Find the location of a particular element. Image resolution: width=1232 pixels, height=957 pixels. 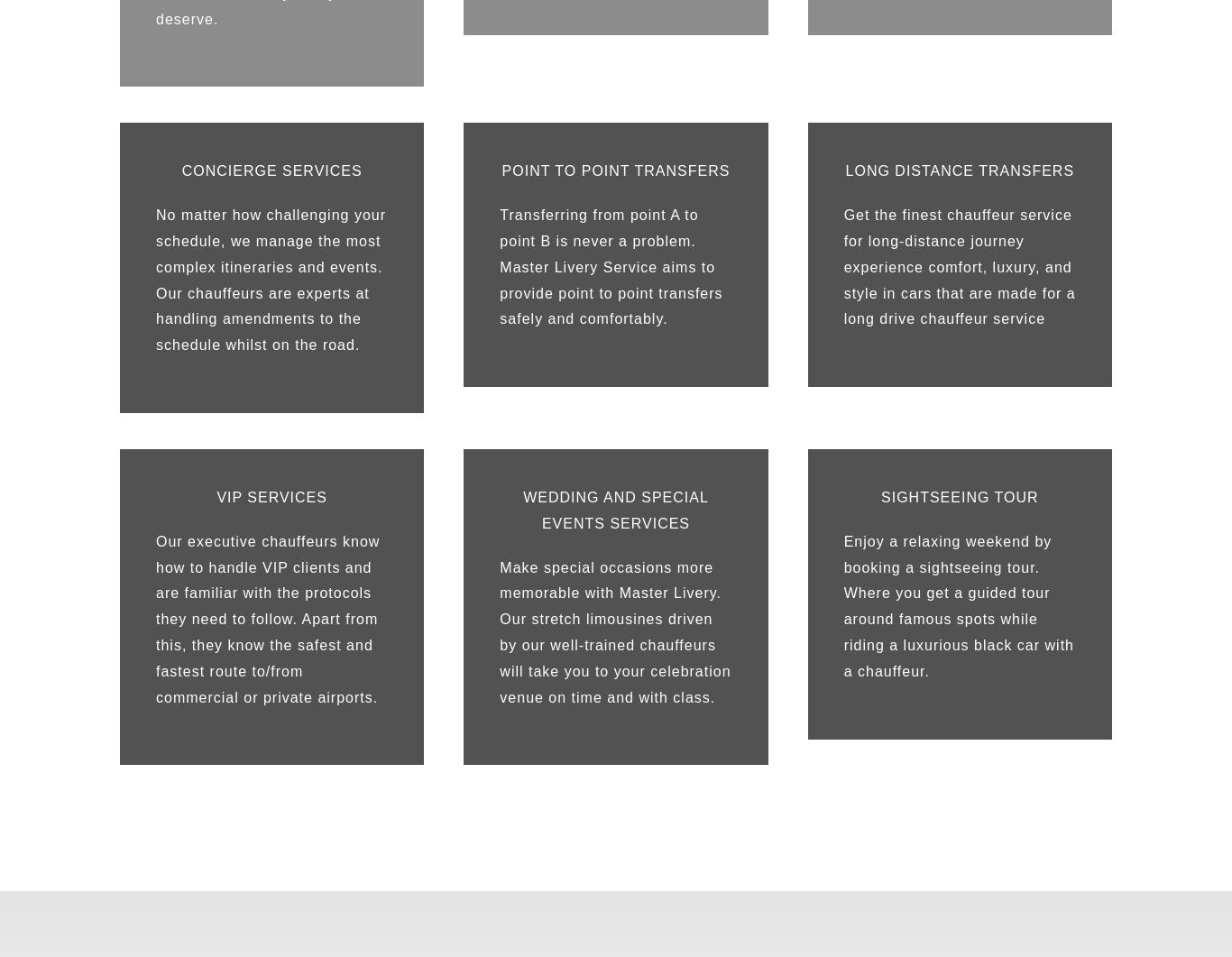

'Get the finest chauffeur service for long-distance journey experience comfort, luxury, and style in cars that are made for a long drive chauffeur service' is located at coordinates (958, 266).